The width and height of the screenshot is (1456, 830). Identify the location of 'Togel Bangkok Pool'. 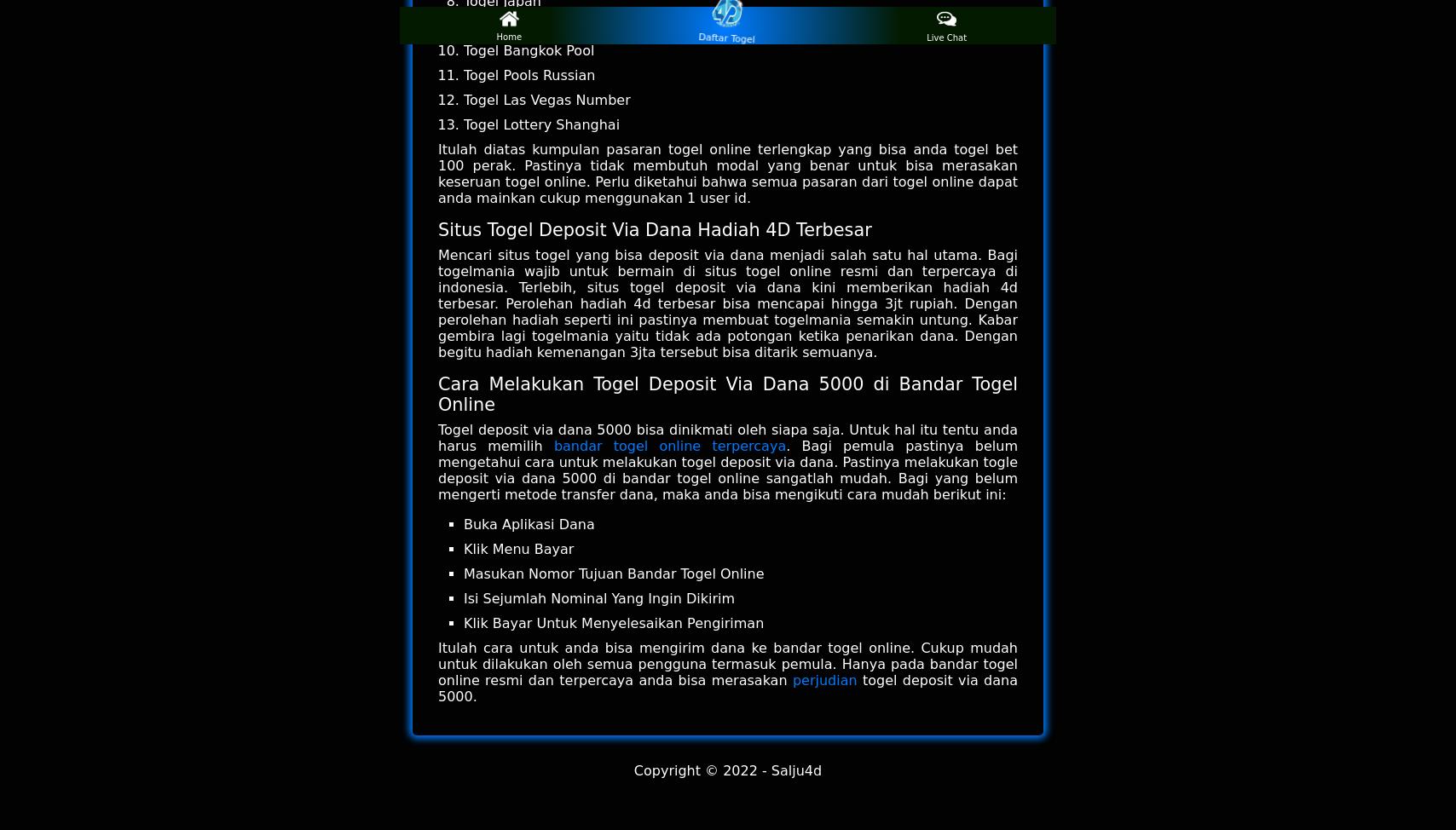
(463, 50).